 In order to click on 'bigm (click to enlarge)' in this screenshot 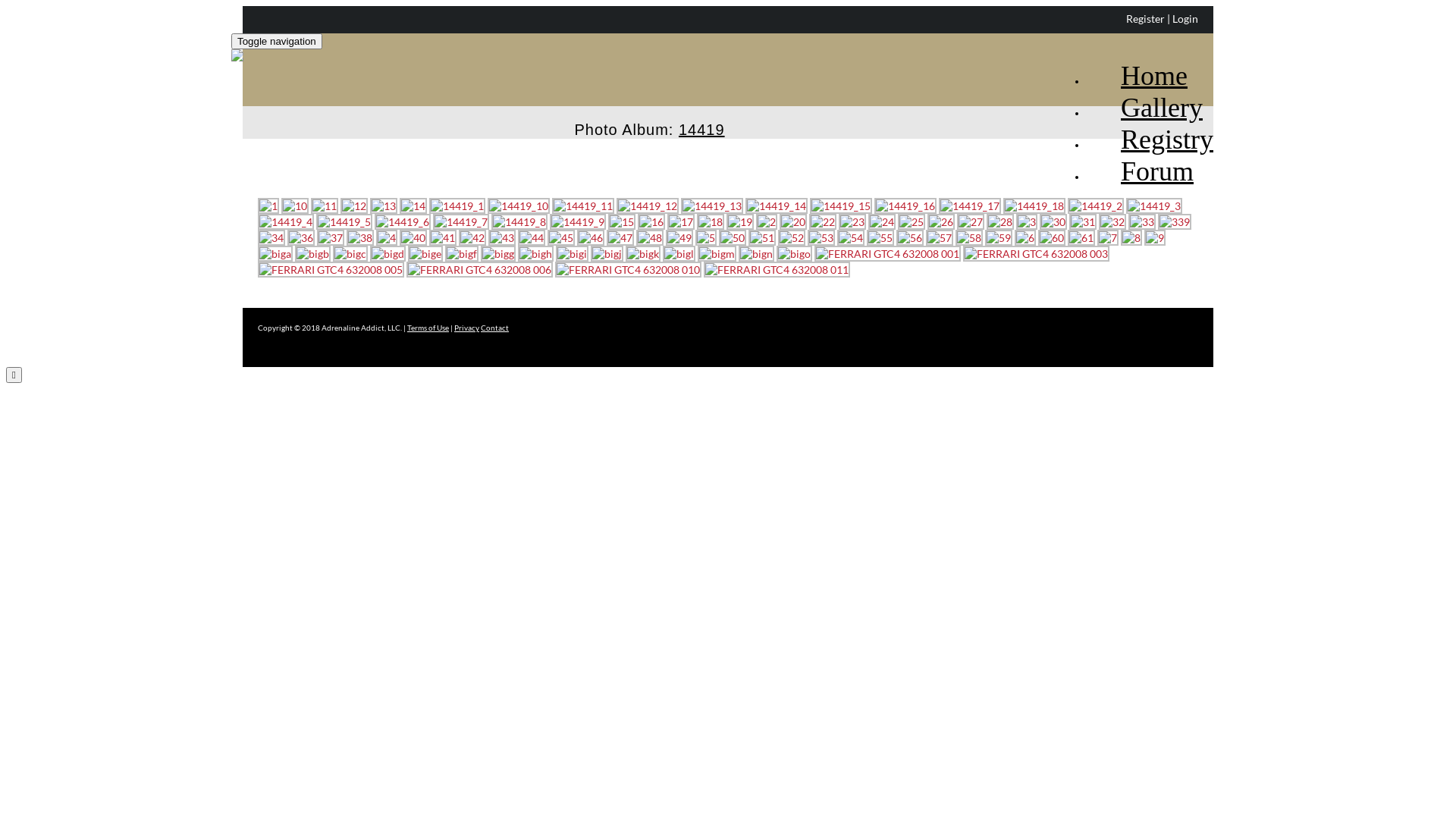, I will do `click(716, 253)`.